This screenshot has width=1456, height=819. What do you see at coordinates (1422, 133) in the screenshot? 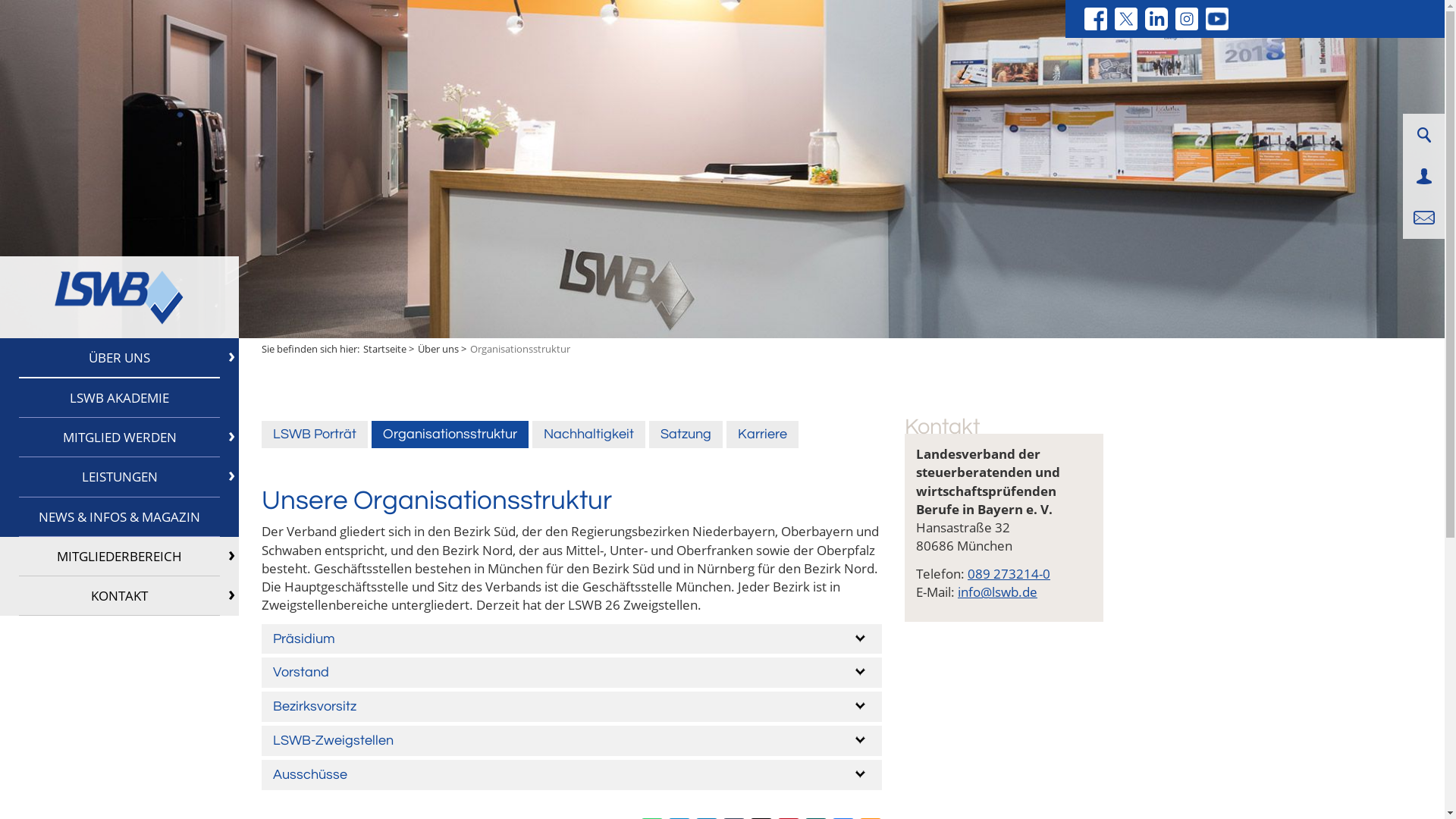
I see `'Suche'` at bounding box center [1422, 133].